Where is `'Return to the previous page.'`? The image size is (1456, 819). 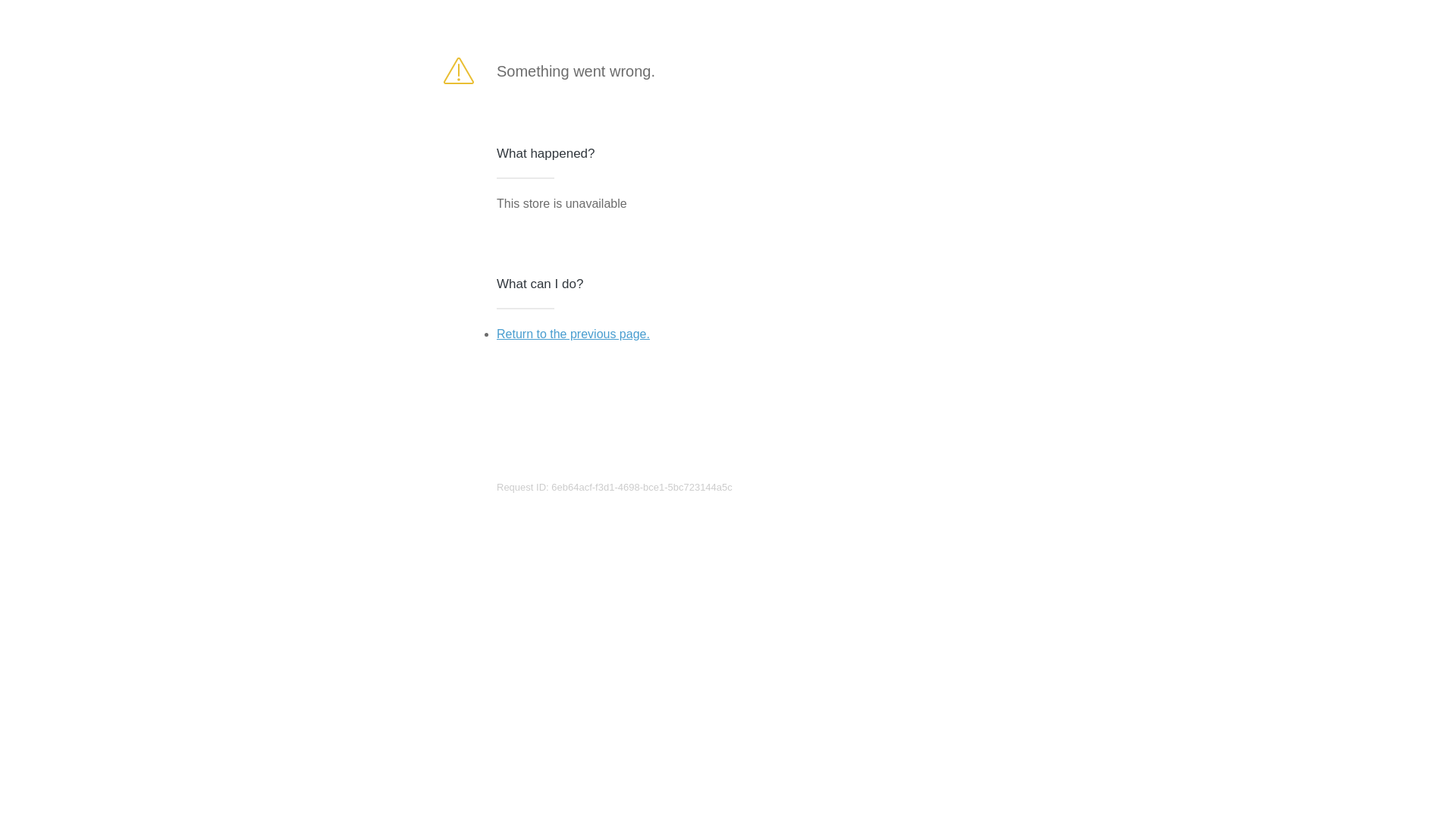 'Return to the previous page.' is located at coordinates (572, 333).